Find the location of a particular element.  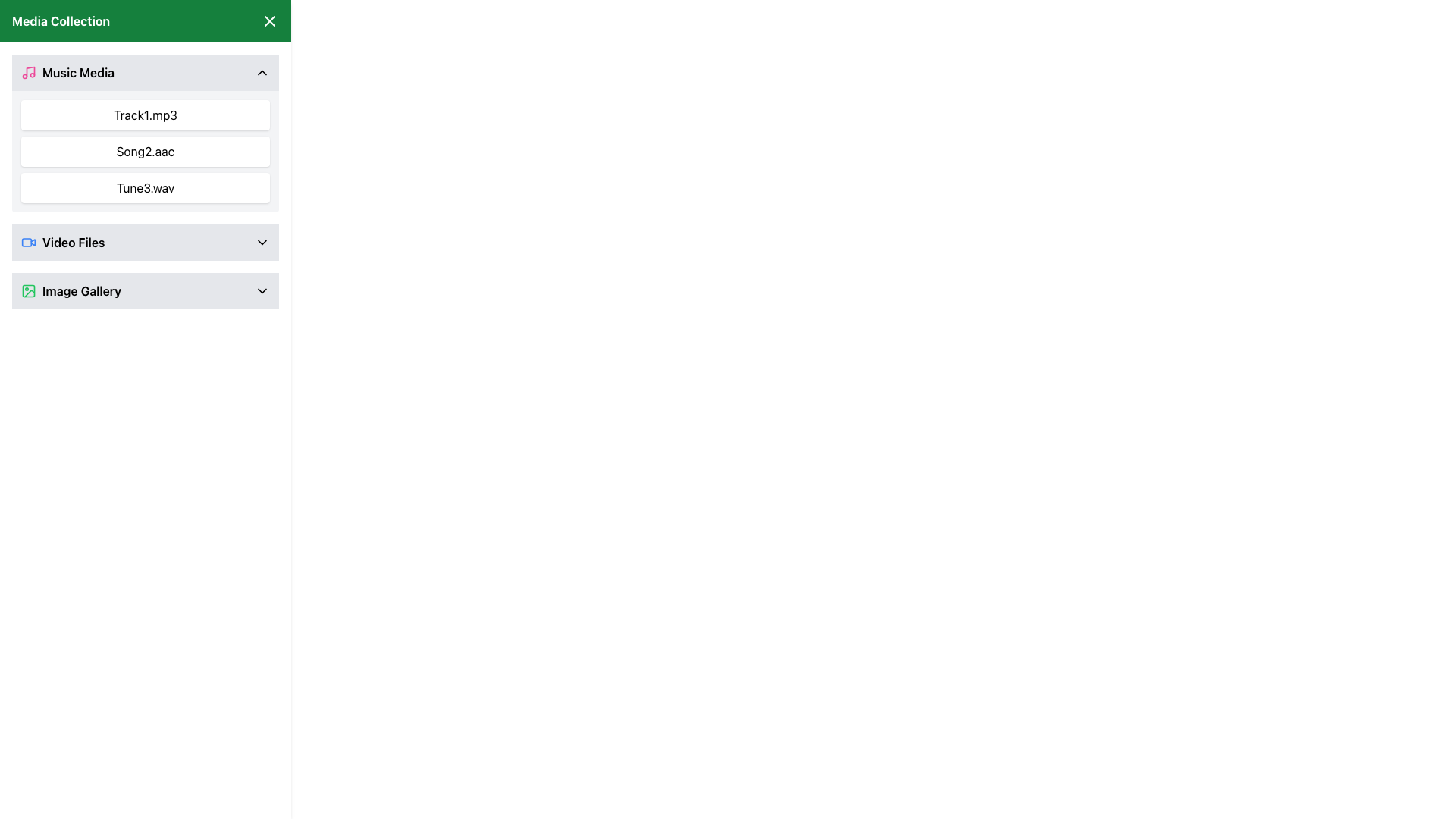

the green icon representing an image depiction, which is positioned to the left of the 'Image Gallery' text in the Media Collection panel is located at coordinates (29, 291).